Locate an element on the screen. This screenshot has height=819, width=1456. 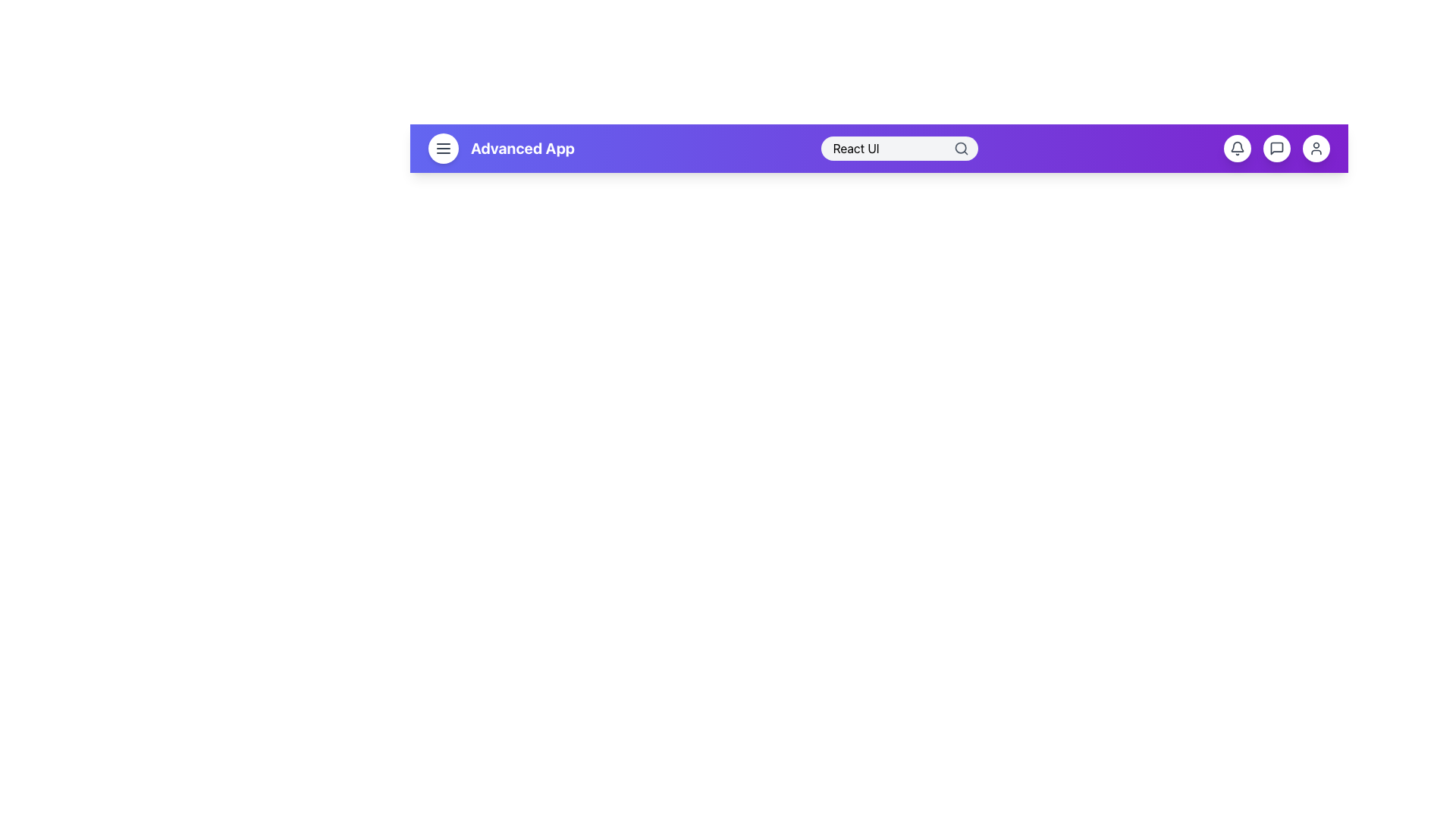
the notification button located in the top-right section of the interface is located at coordinates (1238, 149).